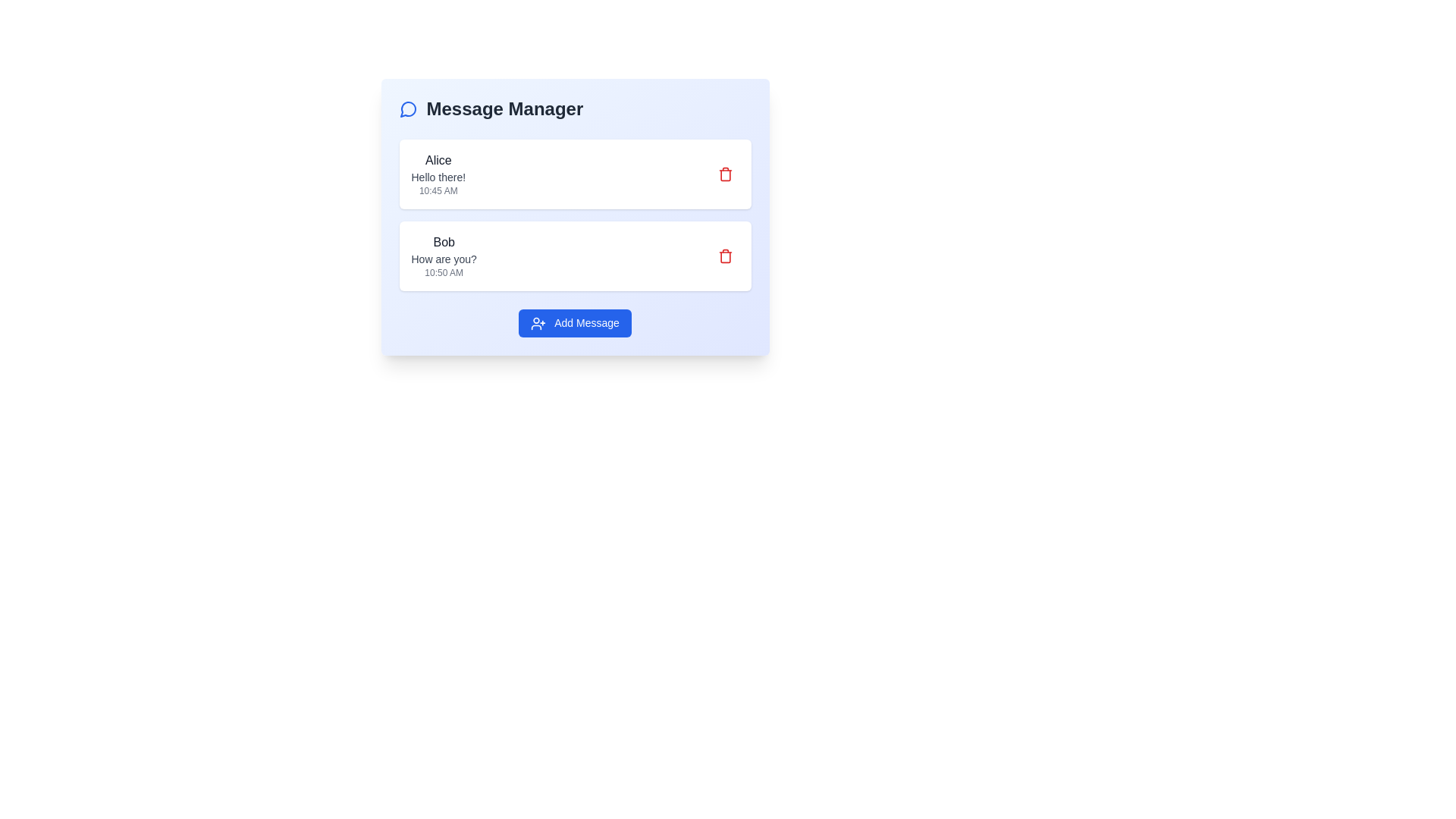  What do you see at coordinates (574, 256) in the screenshot?
I see `the message card representing a single message in the messaging interface` at bounding box center [574, 256].